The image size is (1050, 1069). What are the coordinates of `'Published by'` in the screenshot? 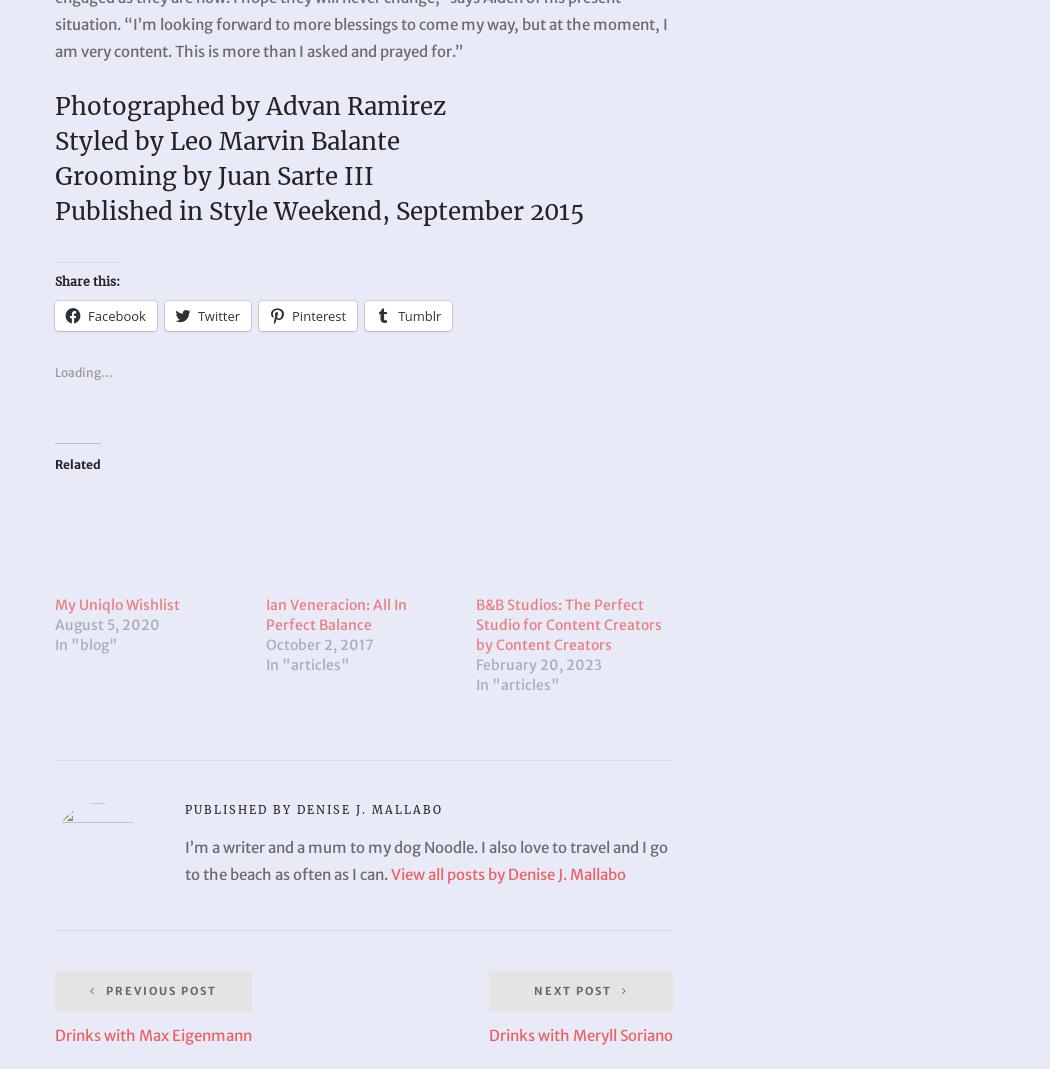 It's located at (240, 809).